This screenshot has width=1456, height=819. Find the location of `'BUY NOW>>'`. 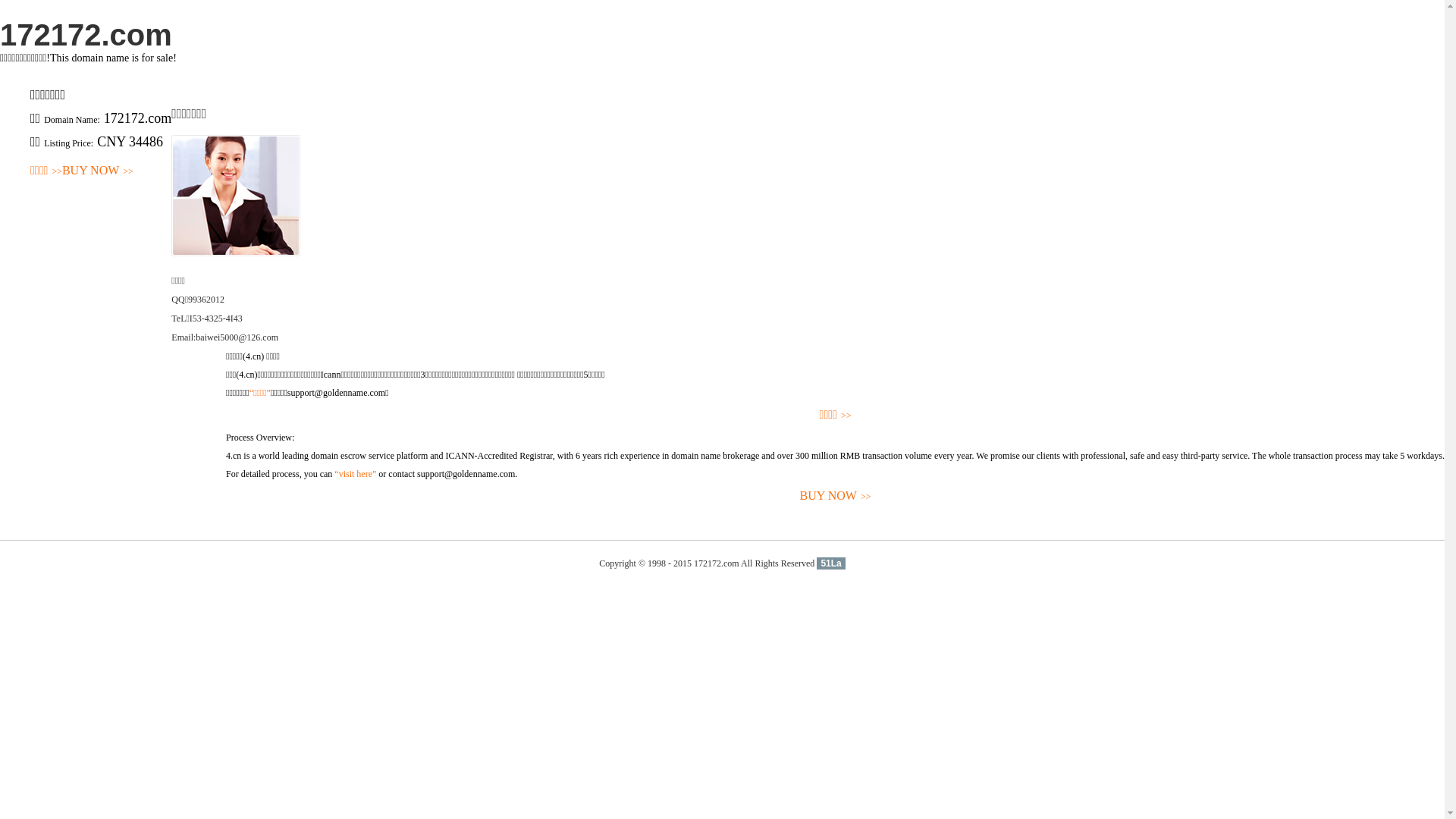

'BUY NOW>>' is located at coordinates (224, 496).